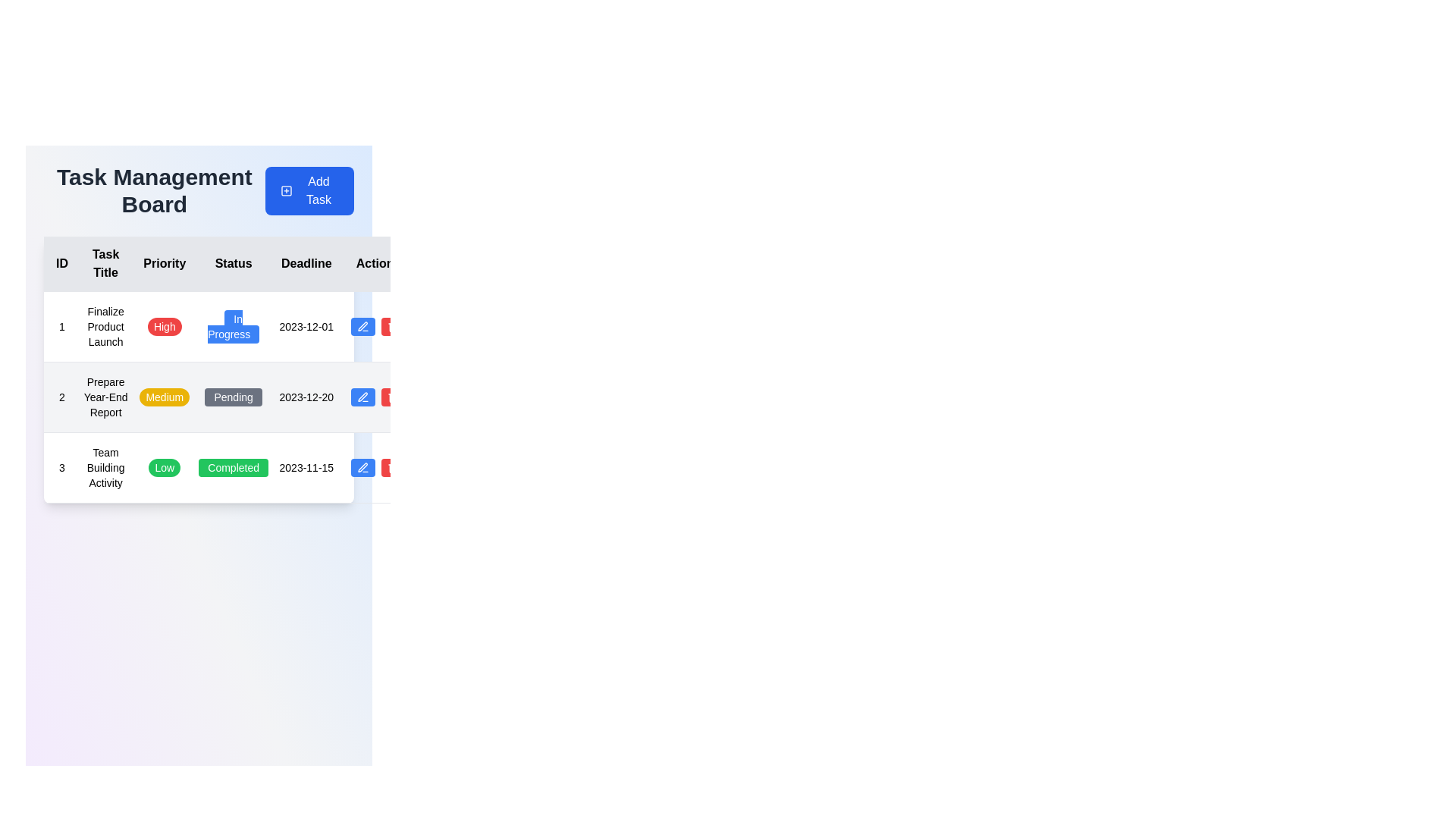 The height and width of the screenshot is (819, 1456). I want to click on the 'Completed' label with a green background and white text in the 'Status' column of the third row of the table, so click(233, 467).